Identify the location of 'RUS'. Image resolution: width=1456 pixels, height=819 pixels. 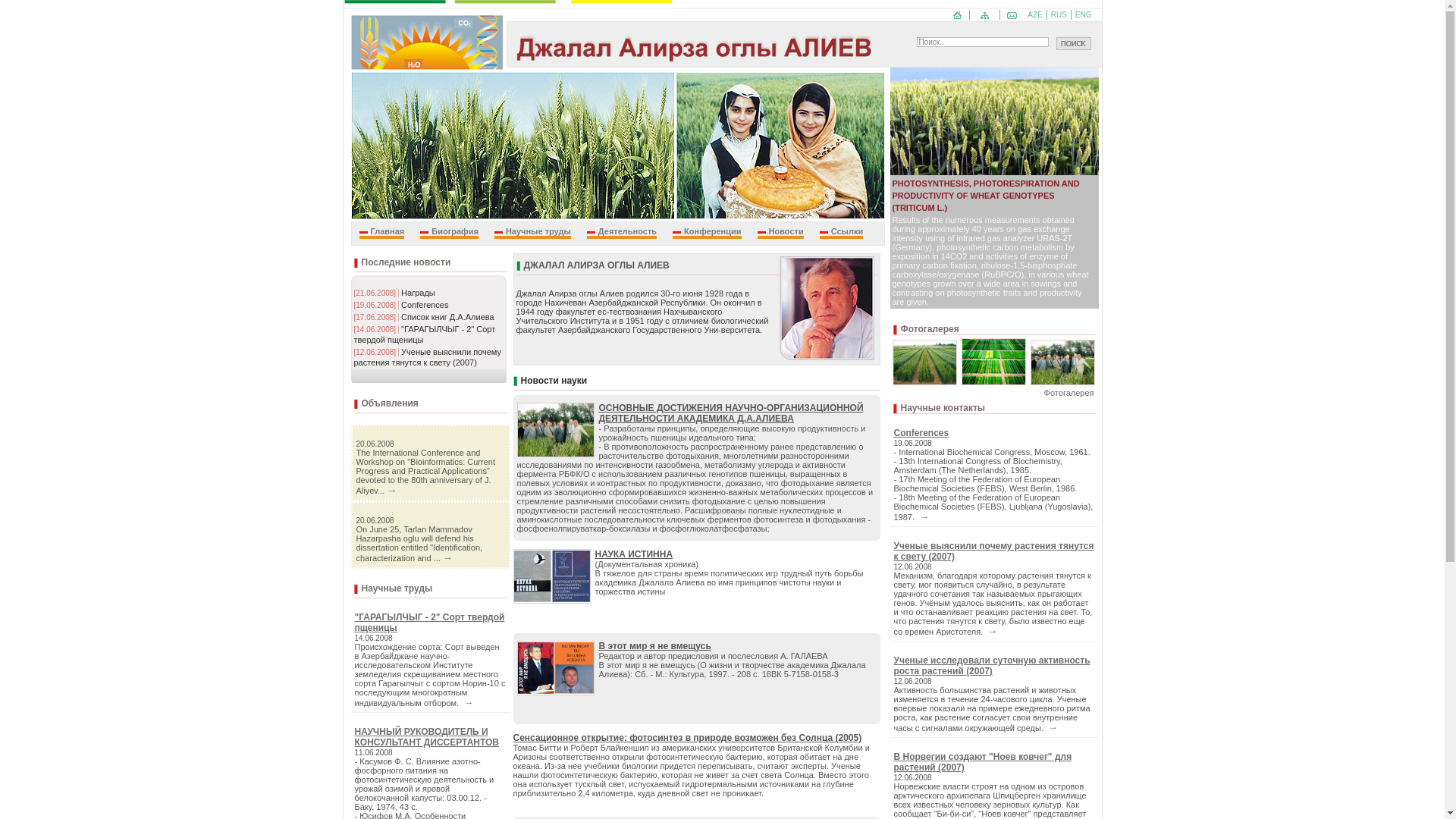
(1060, 14).